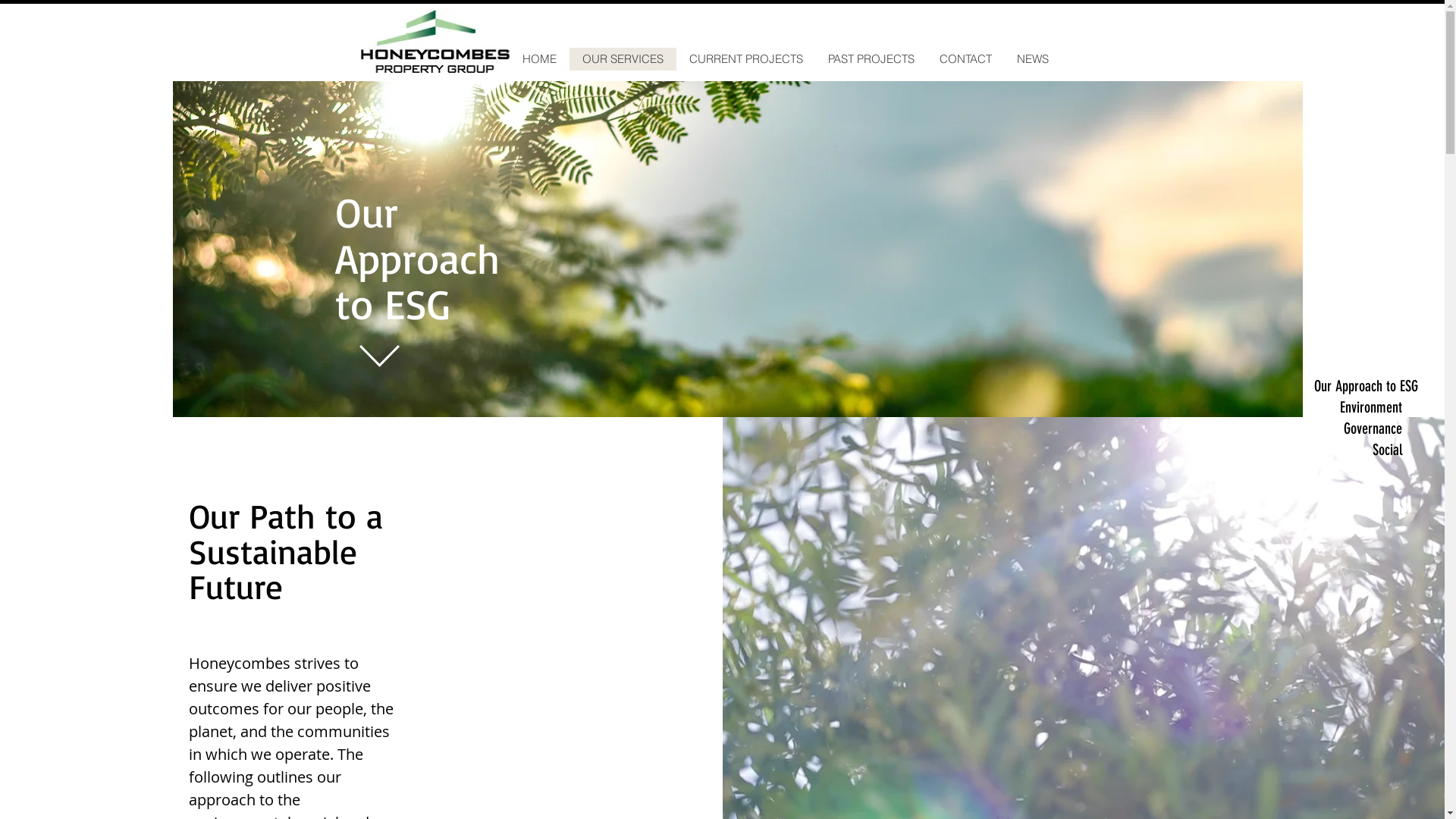 The width and height of the screenshot is (1456, 819). What do you see at coordinates (622, 58) in the screenshot?
I see `'OUR SERVICES'` at bounding box center [622, 58].